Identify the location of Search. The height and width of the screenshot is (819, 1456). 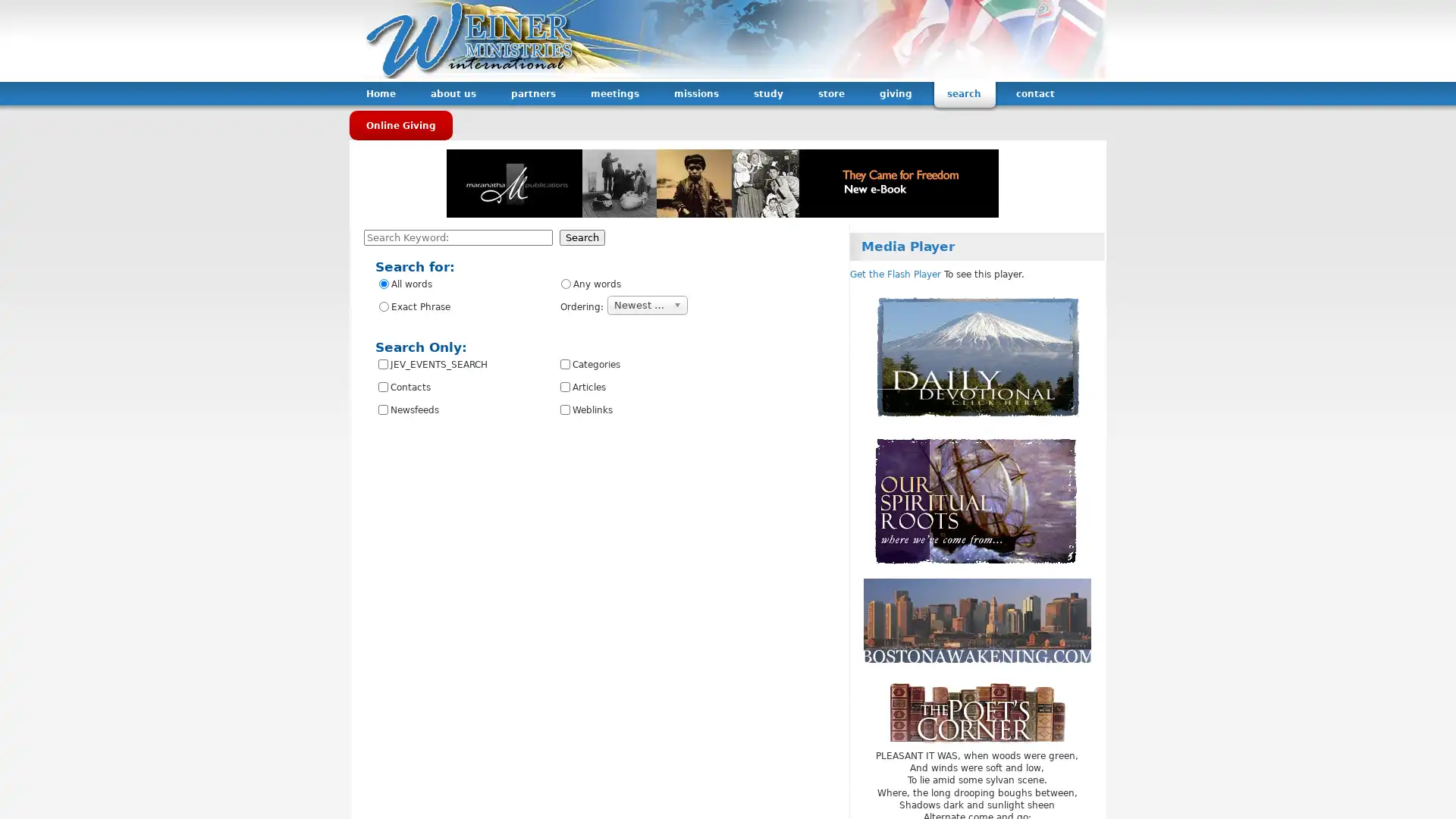
(582, 237).